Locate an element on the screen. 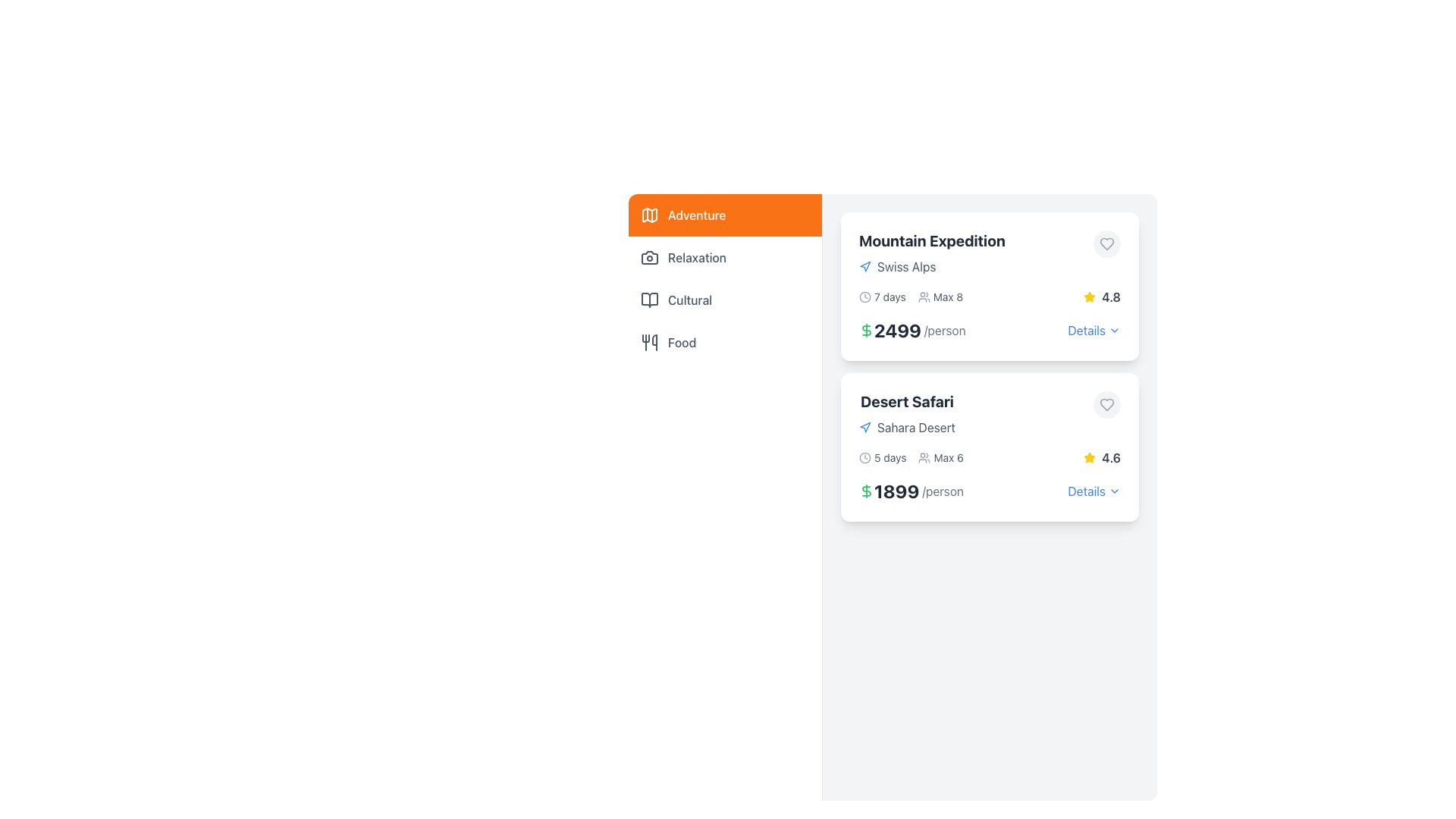  the button that reveals more information about the 'Desert Safari' offering using keyboard tabbing is located at coordinates (1086, 491).